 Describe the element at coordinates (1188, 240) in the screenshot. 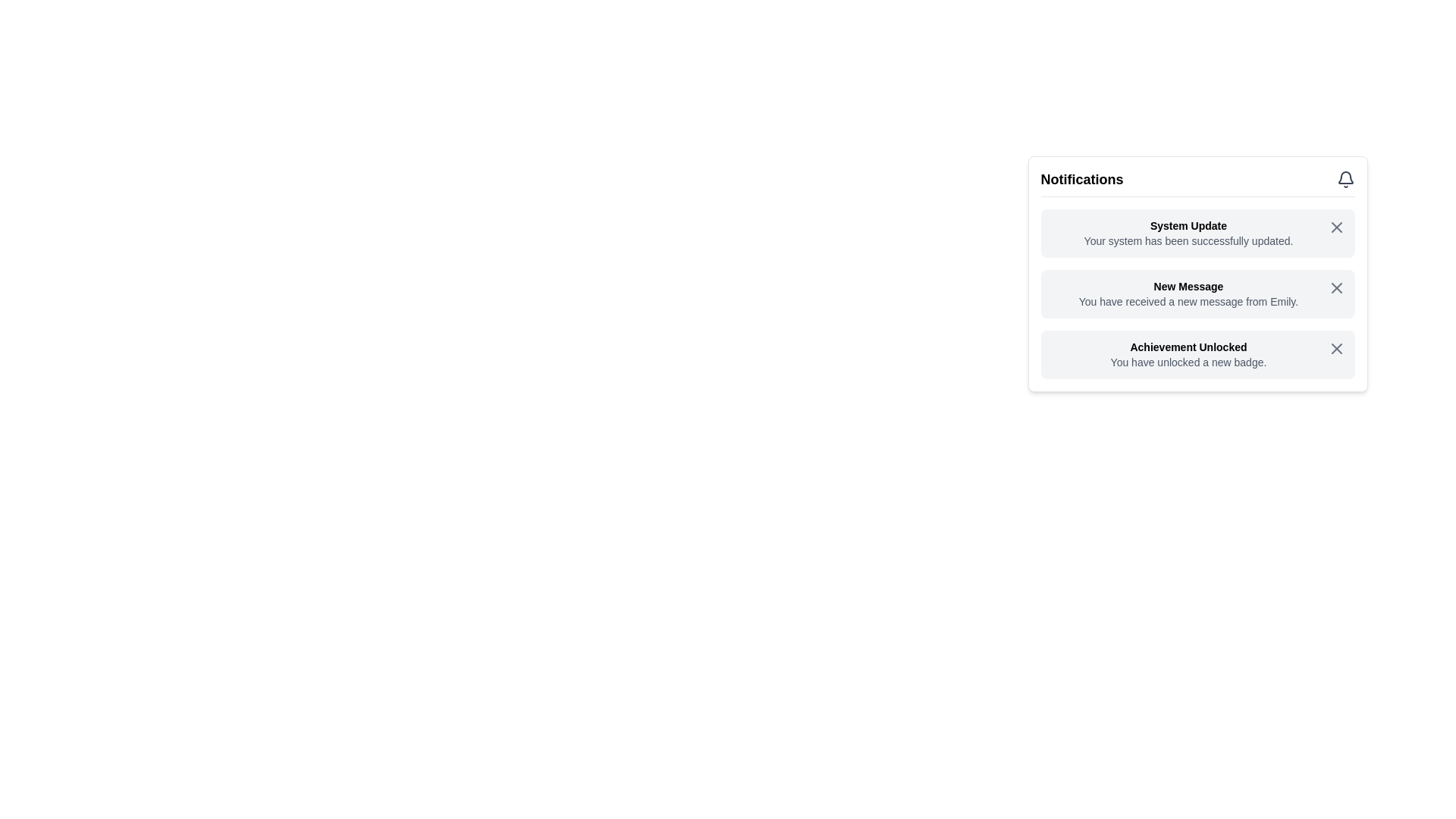

I see `text displayed in the Text Label that shows 'Your system has been successfully updated.' located below the bold headline in the notification card titled 'System Update'` at that location.